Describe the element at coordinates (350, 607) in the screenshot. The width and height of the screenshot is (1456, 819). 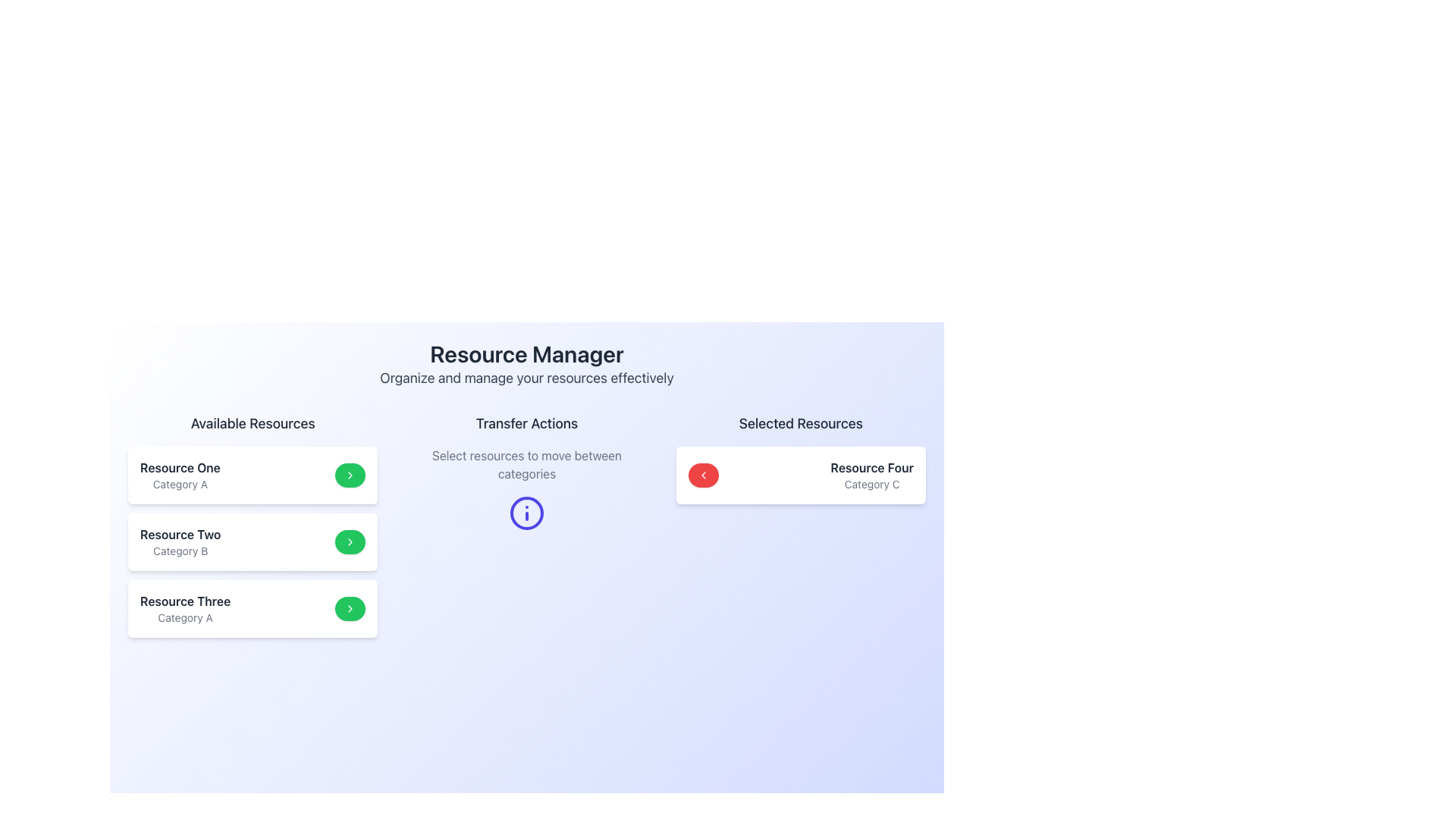
I see `the right-pointing chevron icon button with a green circular background, located at the end of the 'Resource Three' button` at that location.